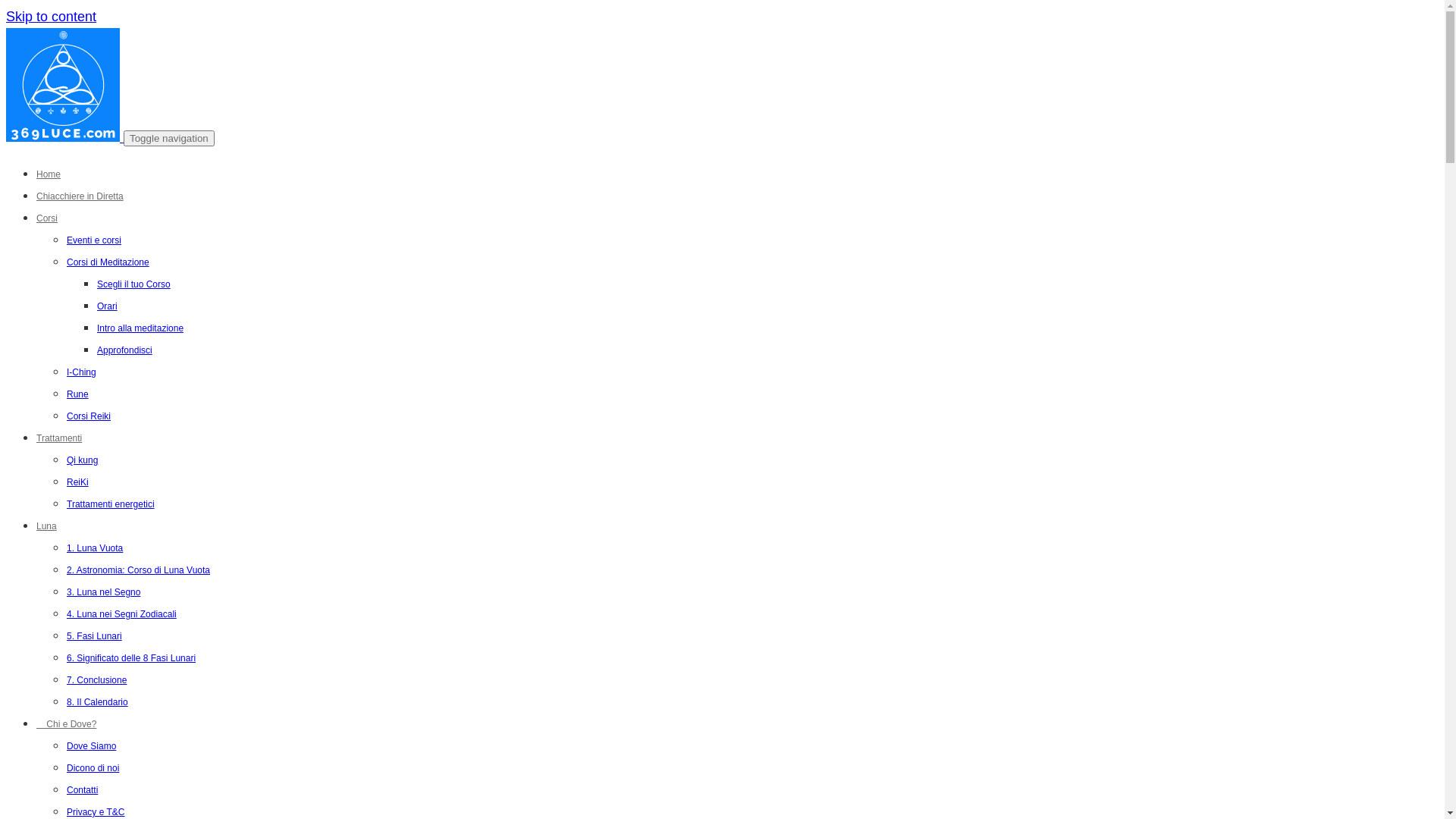 This screenshot has height=819, width=1456. I want to click on '    Chi e Dove?', so click(36, 723).